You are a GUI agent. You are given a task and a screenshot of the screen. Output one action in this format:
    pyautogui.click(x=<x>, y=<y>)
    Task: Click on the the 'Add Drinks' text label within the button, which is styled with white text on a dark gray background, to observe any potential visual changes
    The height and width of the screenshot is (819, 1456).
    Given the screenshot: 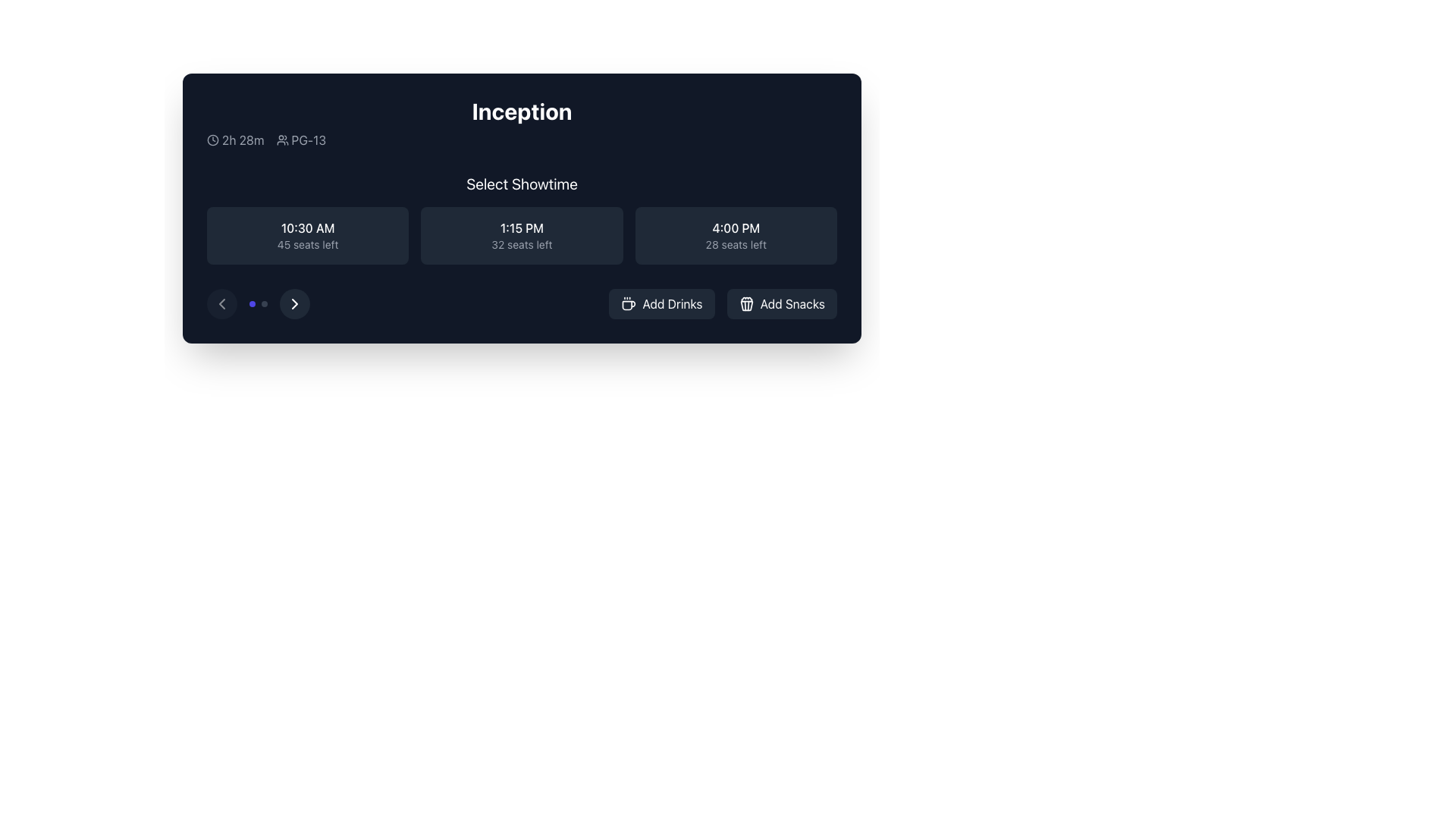 What is the action you would take?
    pyautogui.click(x=672, y=304)
    